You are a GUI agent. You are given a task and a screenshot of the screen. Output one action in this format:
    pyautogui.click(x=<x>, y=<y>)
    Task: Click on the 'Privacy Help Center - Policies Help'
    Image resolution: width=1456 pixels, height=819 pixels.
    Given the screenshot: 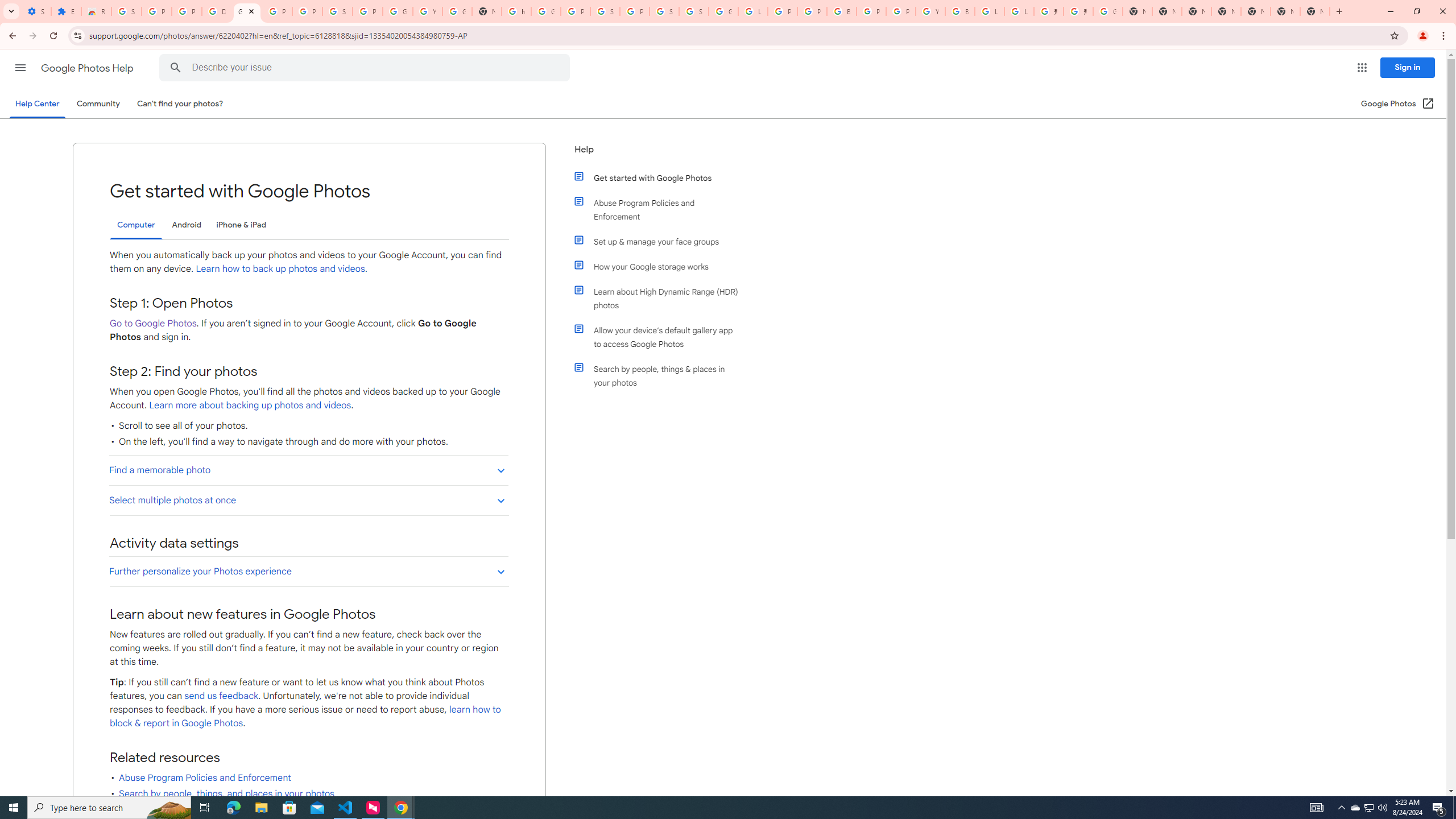 What is the action you would take?
    pyautogui.click(x=782, y=11)
    